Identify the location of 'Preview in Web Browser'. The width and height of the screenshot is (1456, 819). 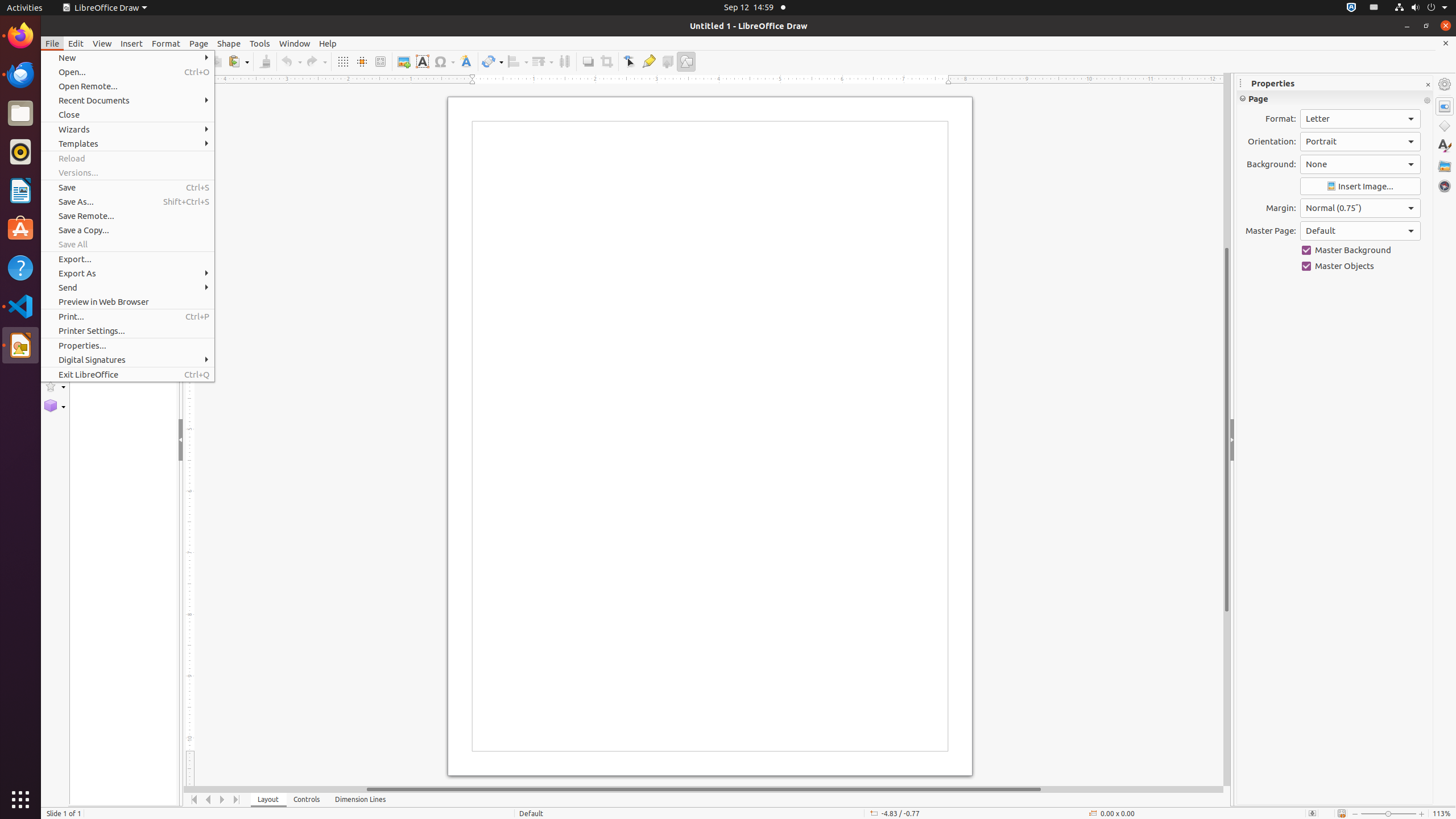
(127, 301).